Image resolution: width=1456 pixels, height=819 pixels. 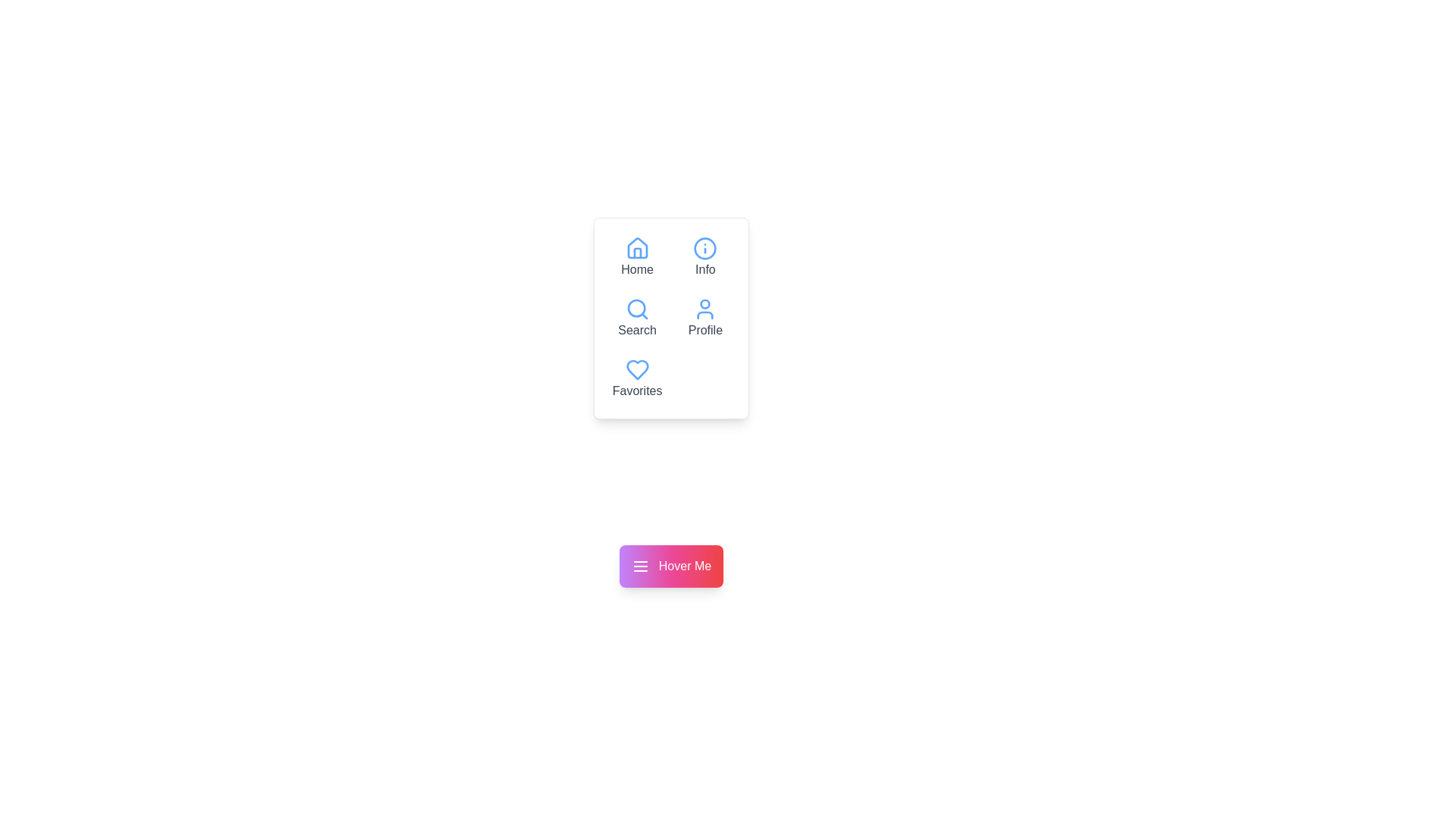 What do you see at coordinates (704, 247) in the screenshot?
I see `the SVG circle that forms part of the 'Info' icon located in the top-right corner of the navigation card` at bounding box center [704, 247].